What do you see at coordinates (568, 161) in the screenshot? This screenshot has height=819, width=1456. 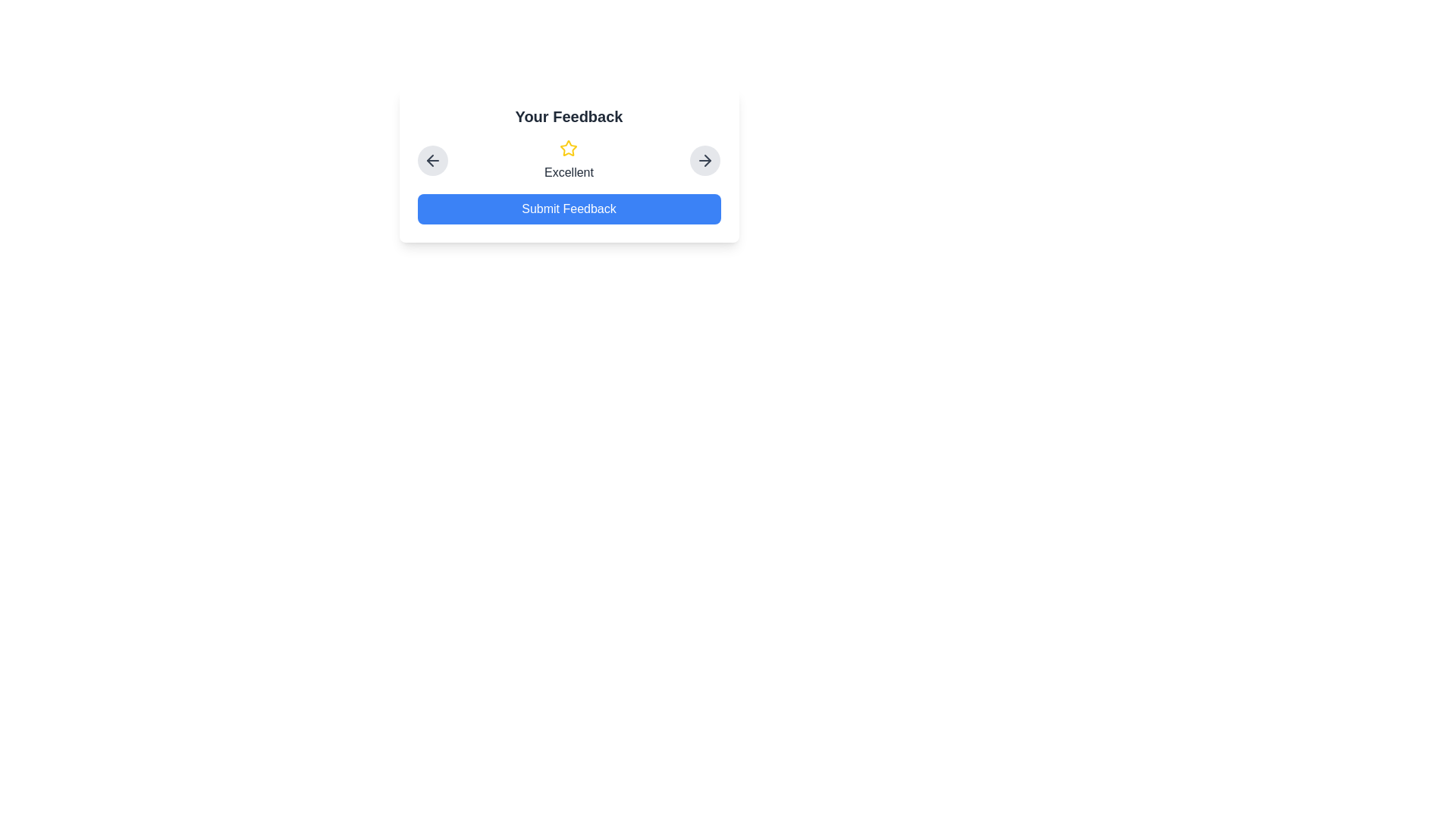 I see `the 'Excellent' label, which is styled in dark gray and positioned below a yellow star icon` at bounding box center [568, 161].